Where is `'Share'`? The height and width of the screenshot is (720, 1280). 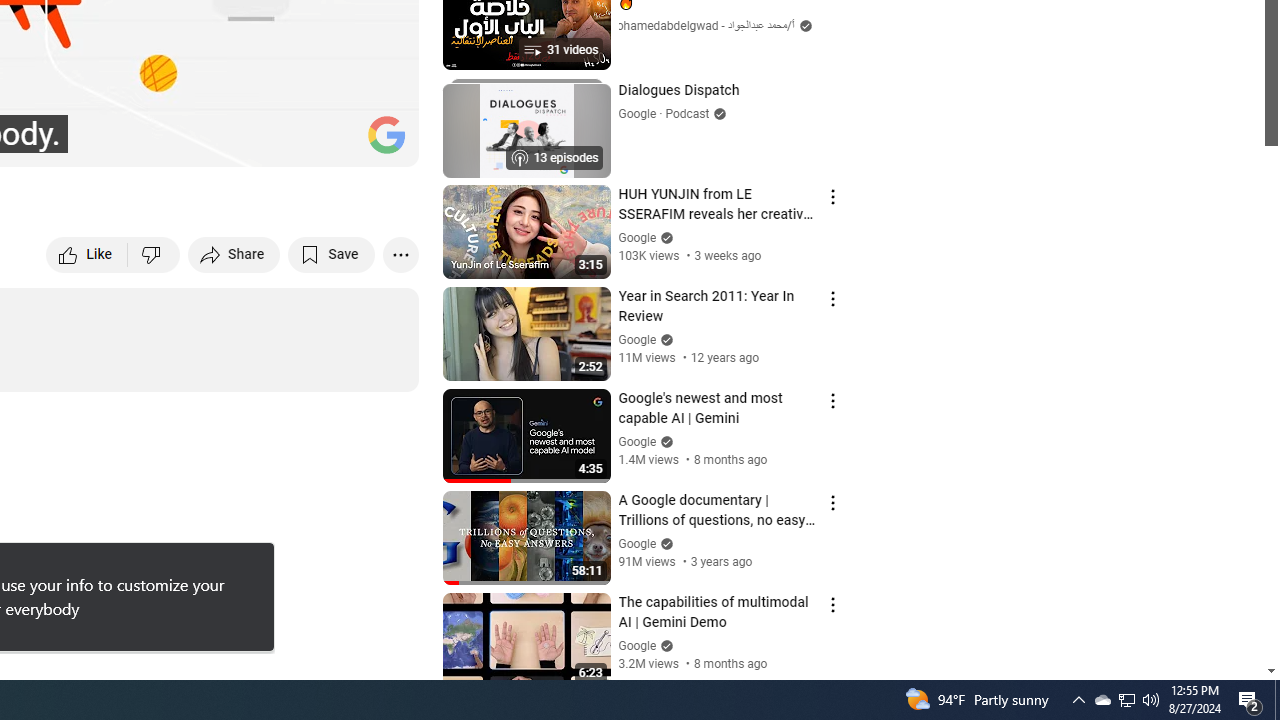
'Share' is located at coordinates (234, 253).